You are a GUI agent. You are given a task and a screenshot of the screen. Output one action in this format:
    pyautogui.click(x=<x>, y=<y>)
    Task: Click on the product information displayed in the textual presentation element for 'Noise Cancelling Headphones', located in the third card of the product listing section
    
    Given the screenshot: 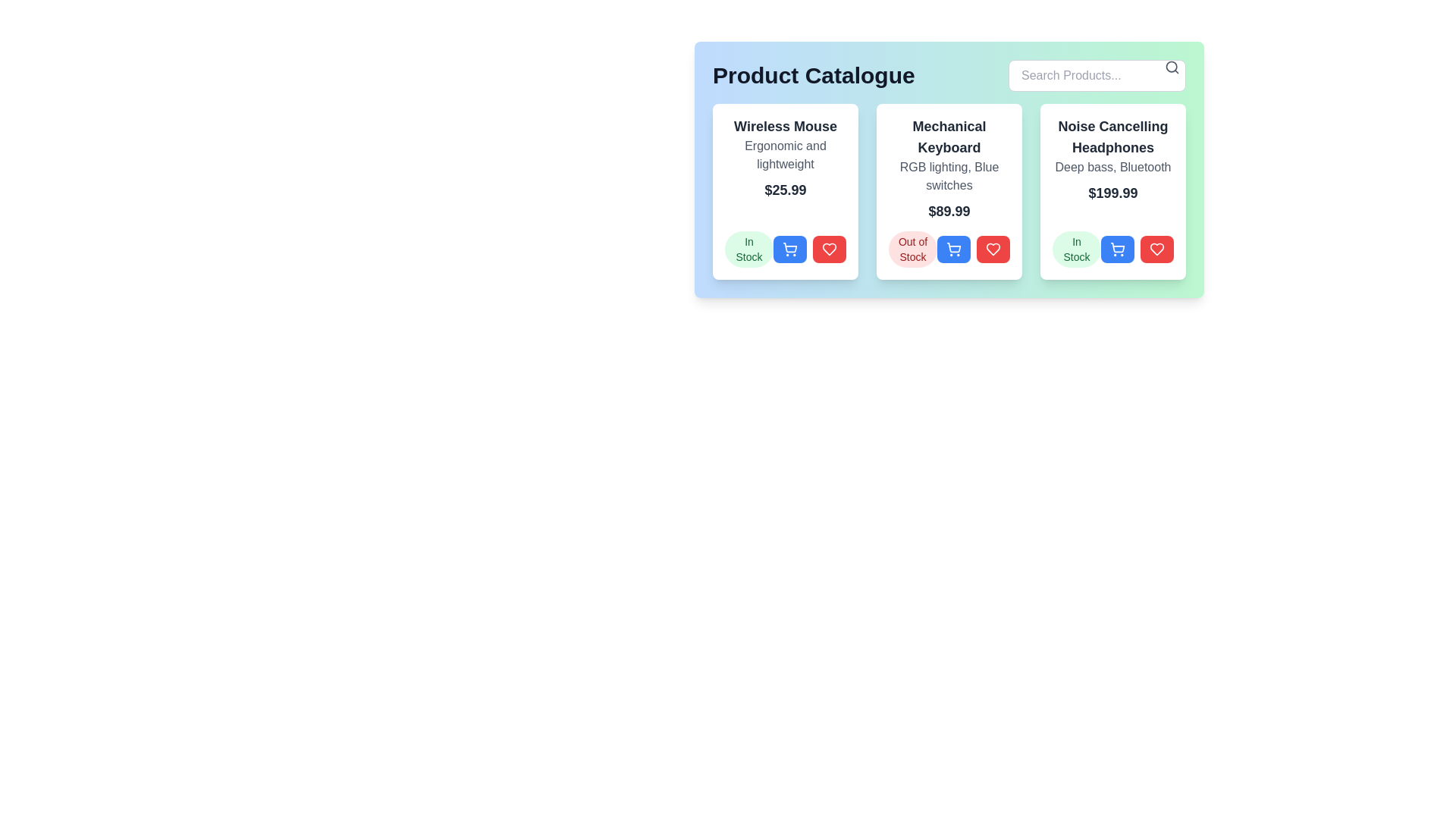 What is the action you would take?
    pyautogui.click(x=1113, y=160)
    